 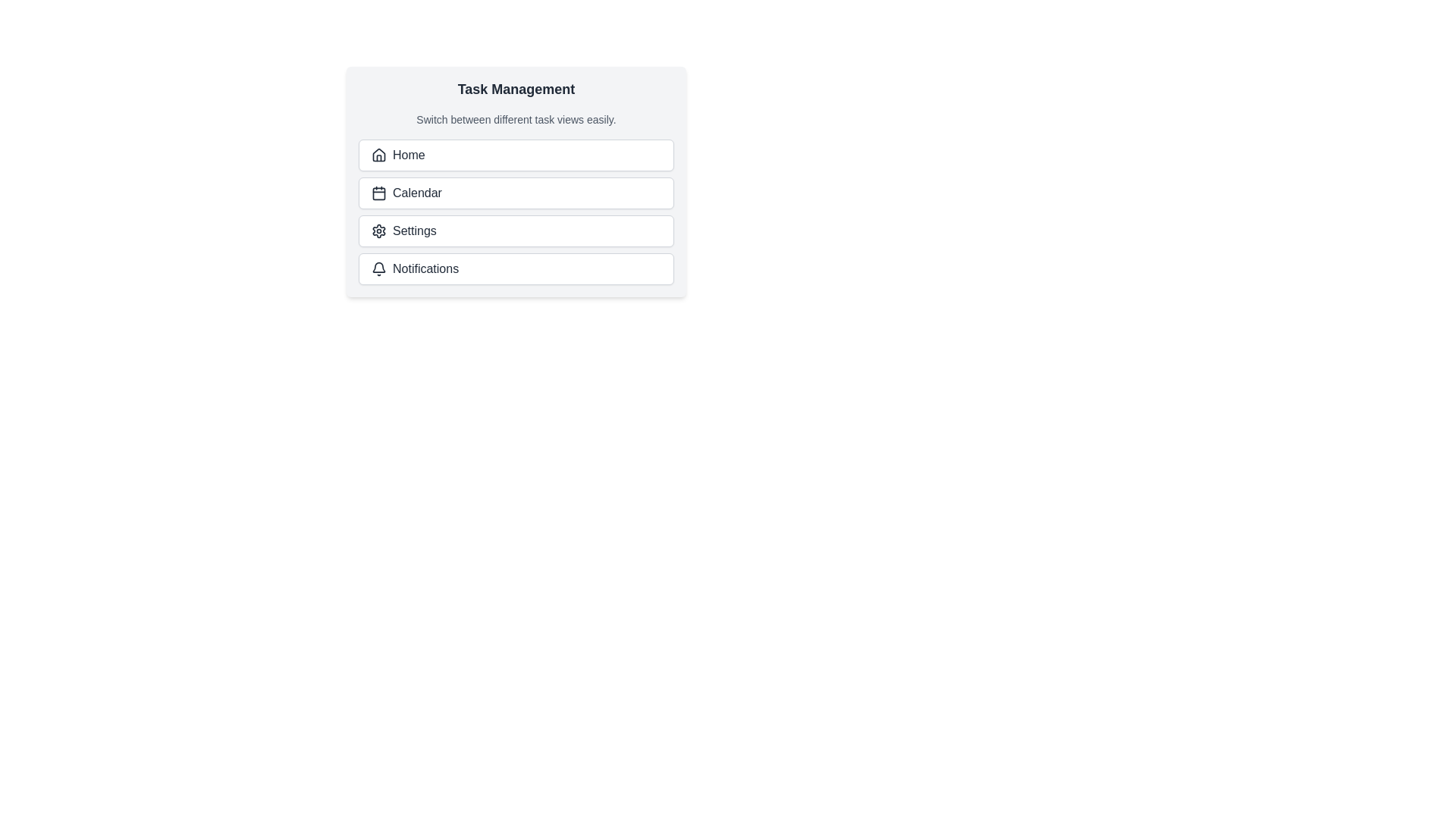 I want to click on the 'Calendar' button, which is the second button in the vertical stack of buttons, so click(x=516, y=192).